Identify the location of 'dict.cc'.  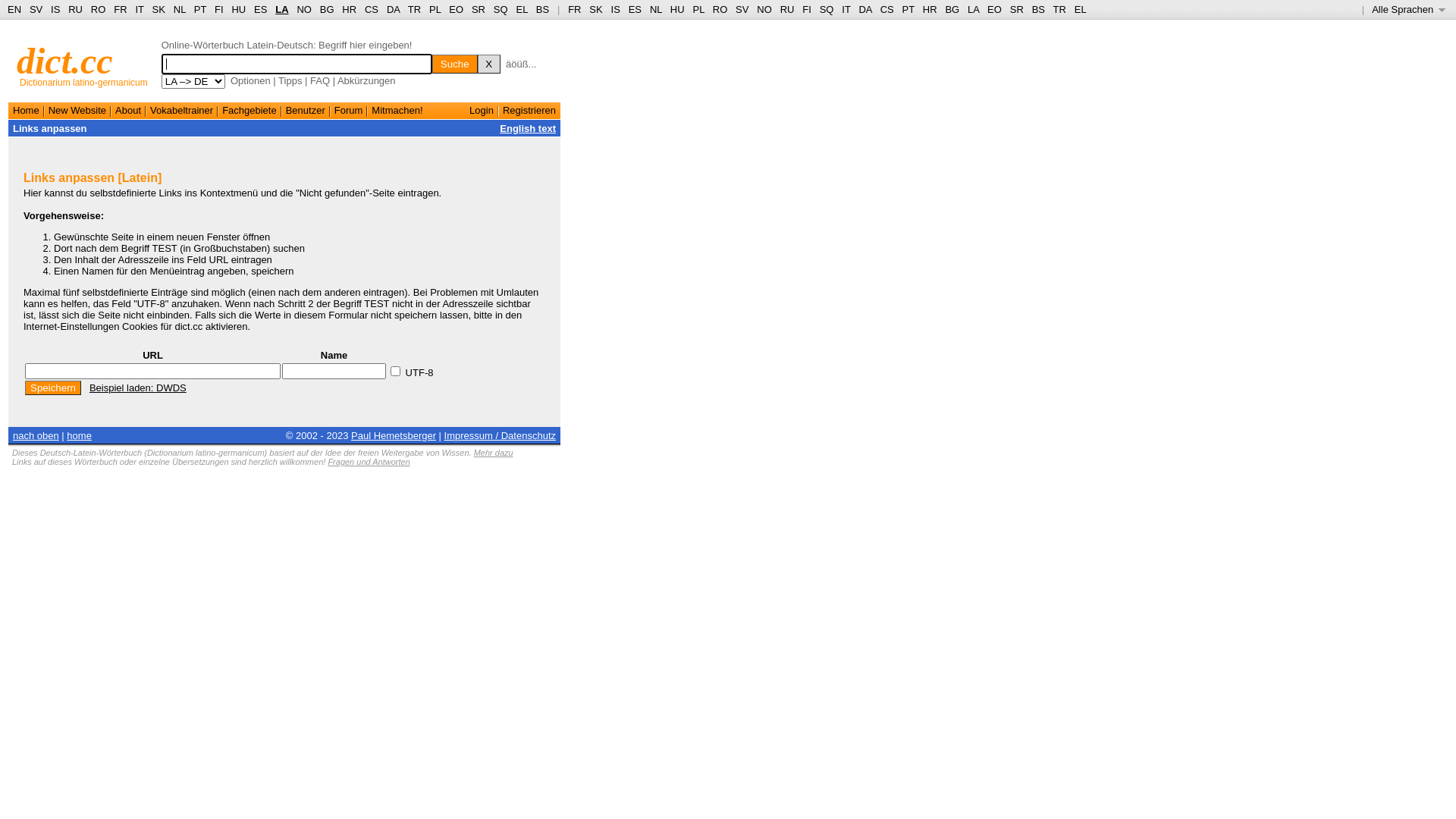
(64, 60).